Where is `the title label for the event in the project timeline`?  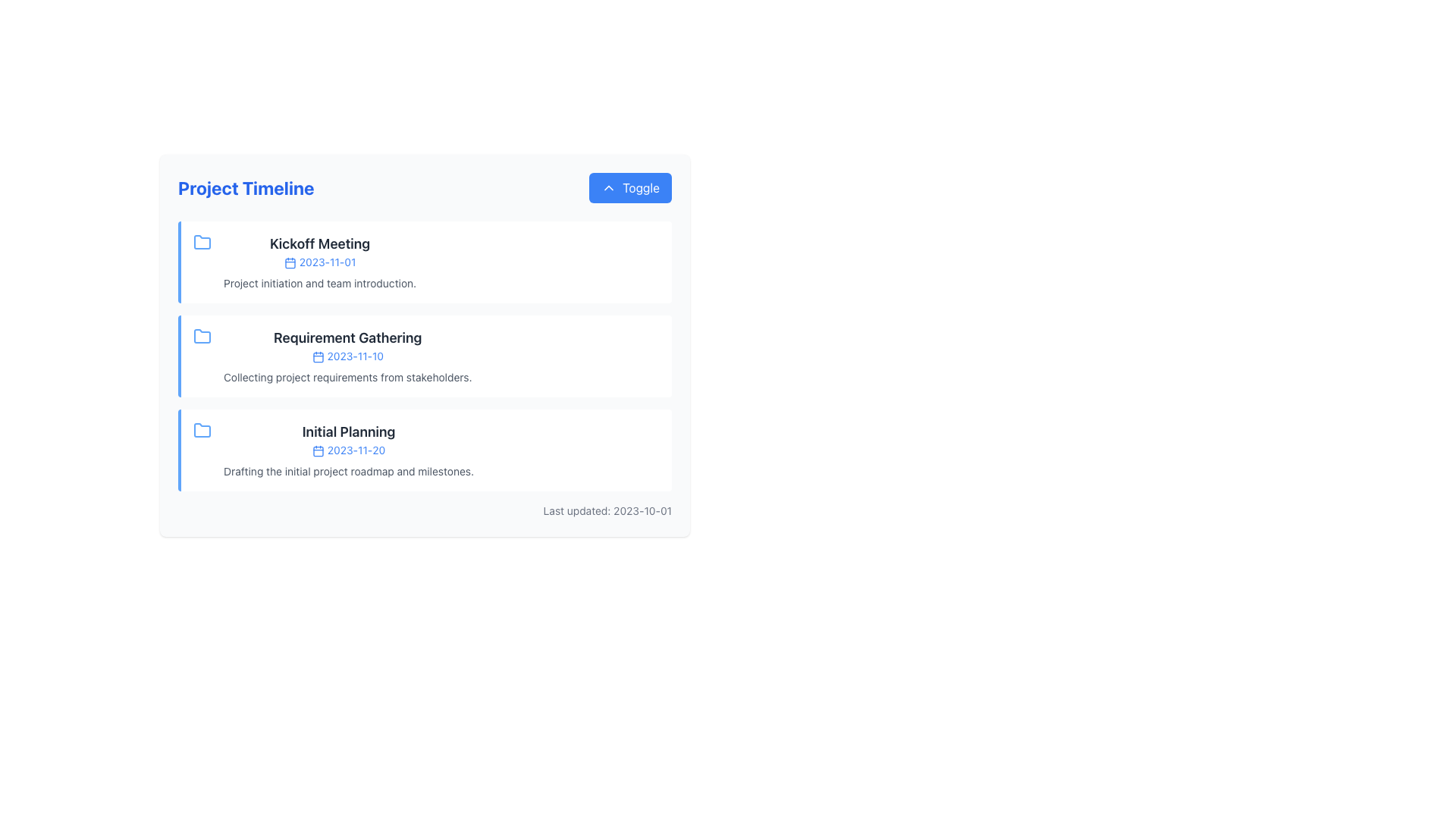 the title label for the event in the project timeline is located at coordinates (347, 337).